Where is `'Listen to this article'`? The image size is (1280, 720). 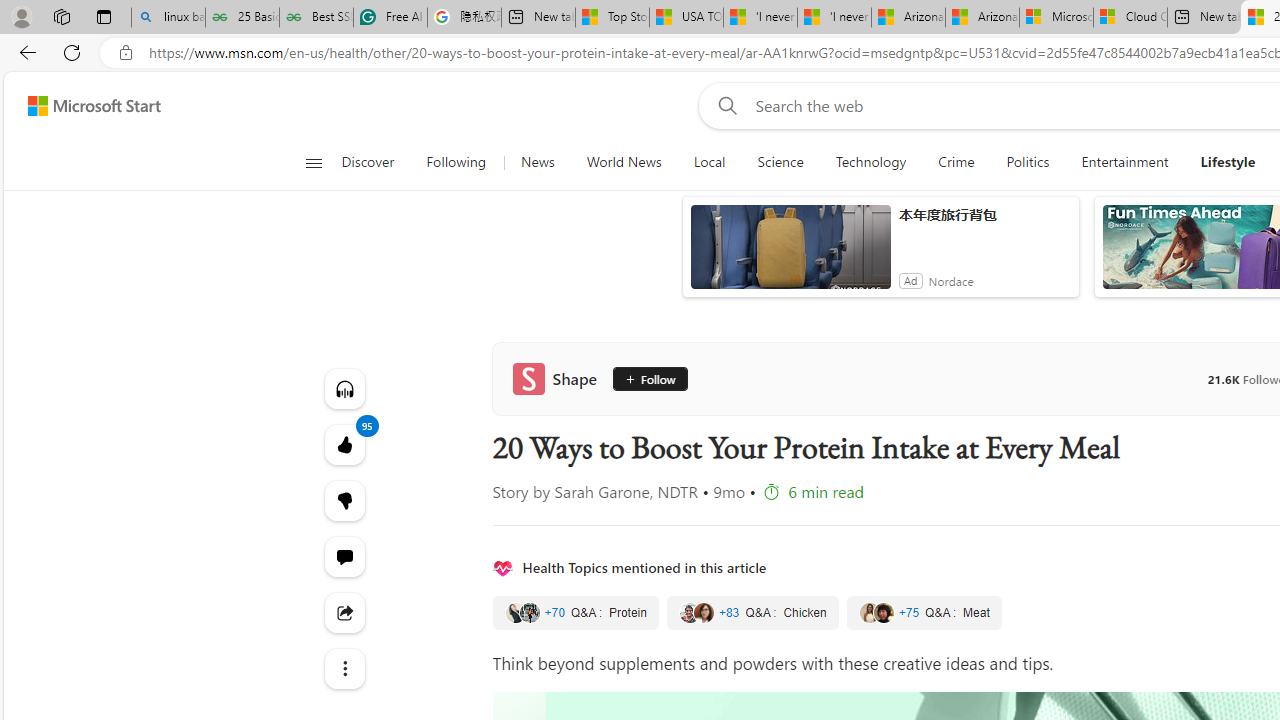 'Listen to this article' is located at coordinates (344, 388).